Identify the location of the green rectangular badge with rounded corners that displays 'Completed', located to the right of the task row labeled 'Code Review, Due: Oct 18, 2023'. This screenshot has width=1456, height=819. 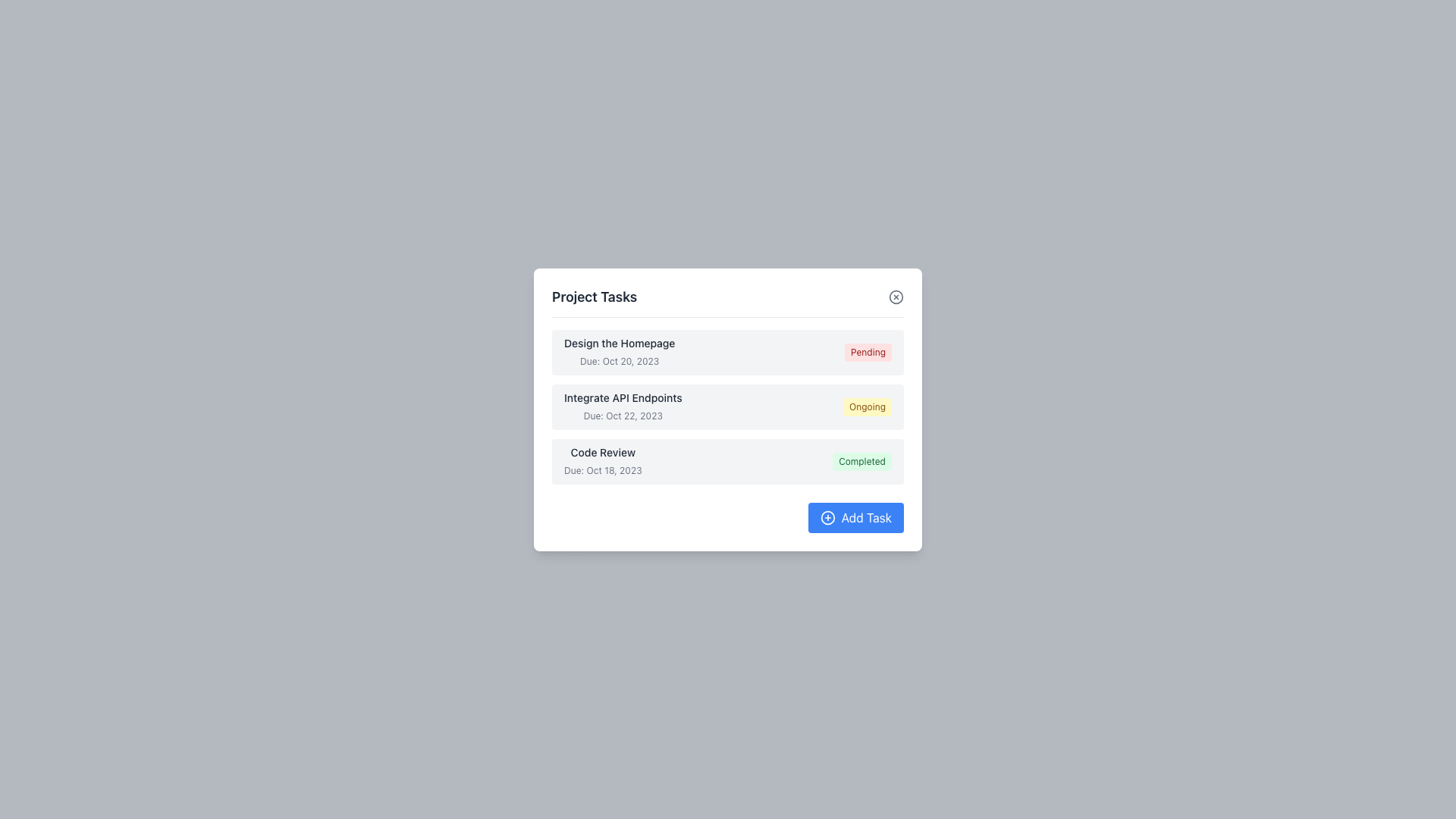
(862, 460).